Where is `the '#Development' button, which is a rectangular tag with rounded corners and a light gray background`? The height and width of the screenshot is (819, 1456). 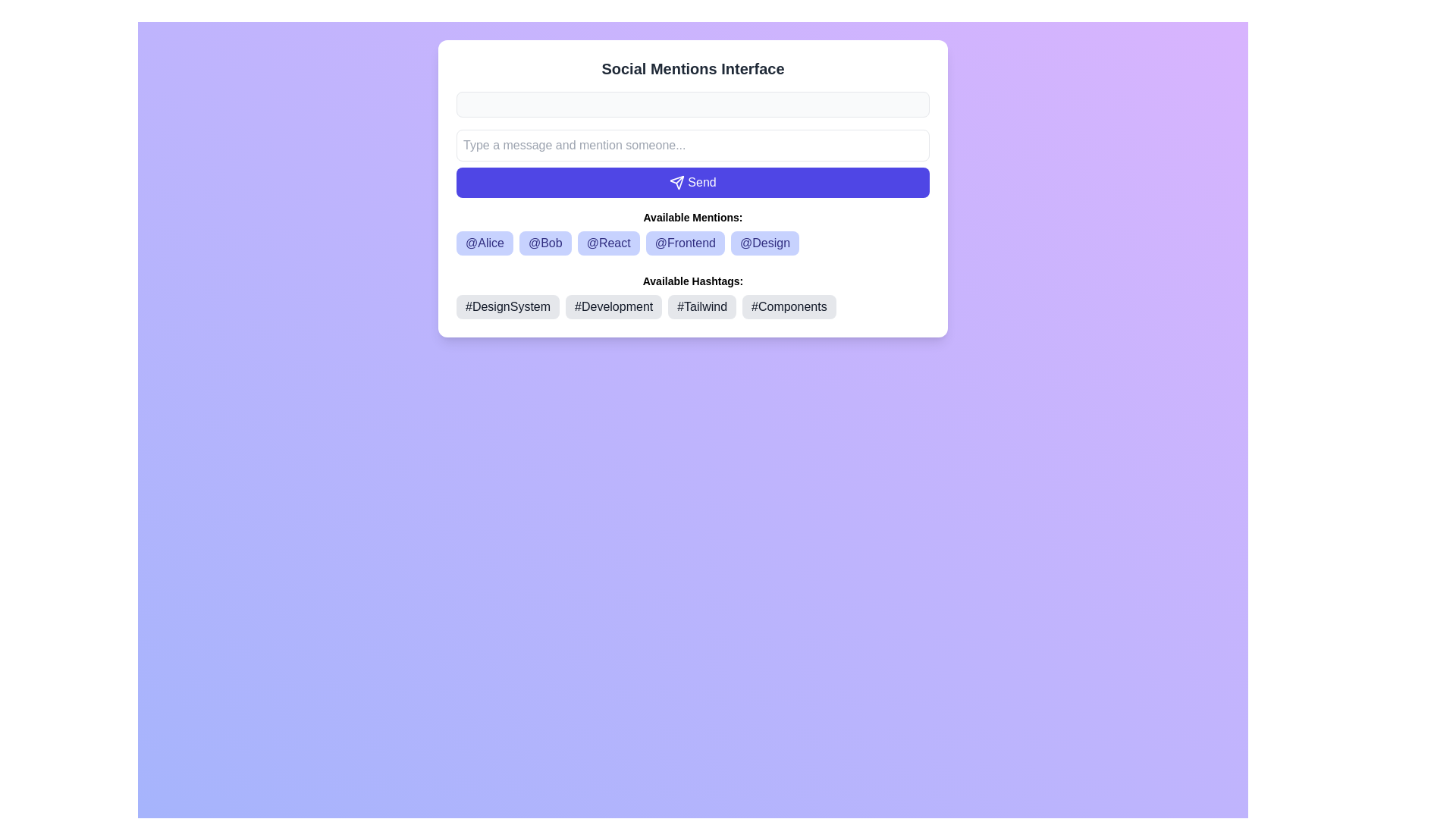
the '#Development' button, which is a rectangular tag with rounded corners and a light gray background is located at coordinates (613, 307).